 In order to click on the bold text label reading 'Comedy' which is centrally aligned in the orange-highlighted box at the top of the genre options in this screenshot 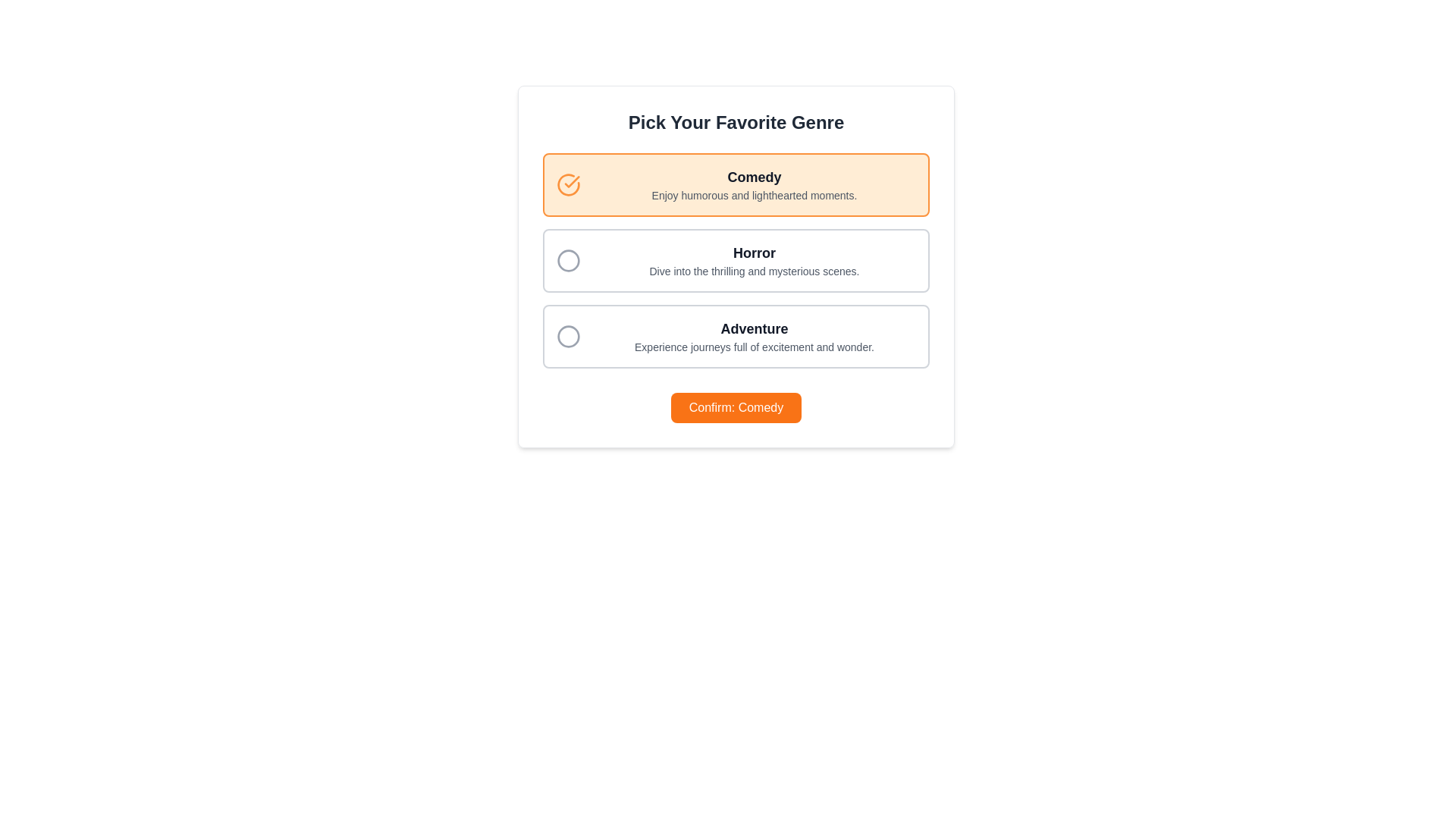, I will do `click(754, 177)`.